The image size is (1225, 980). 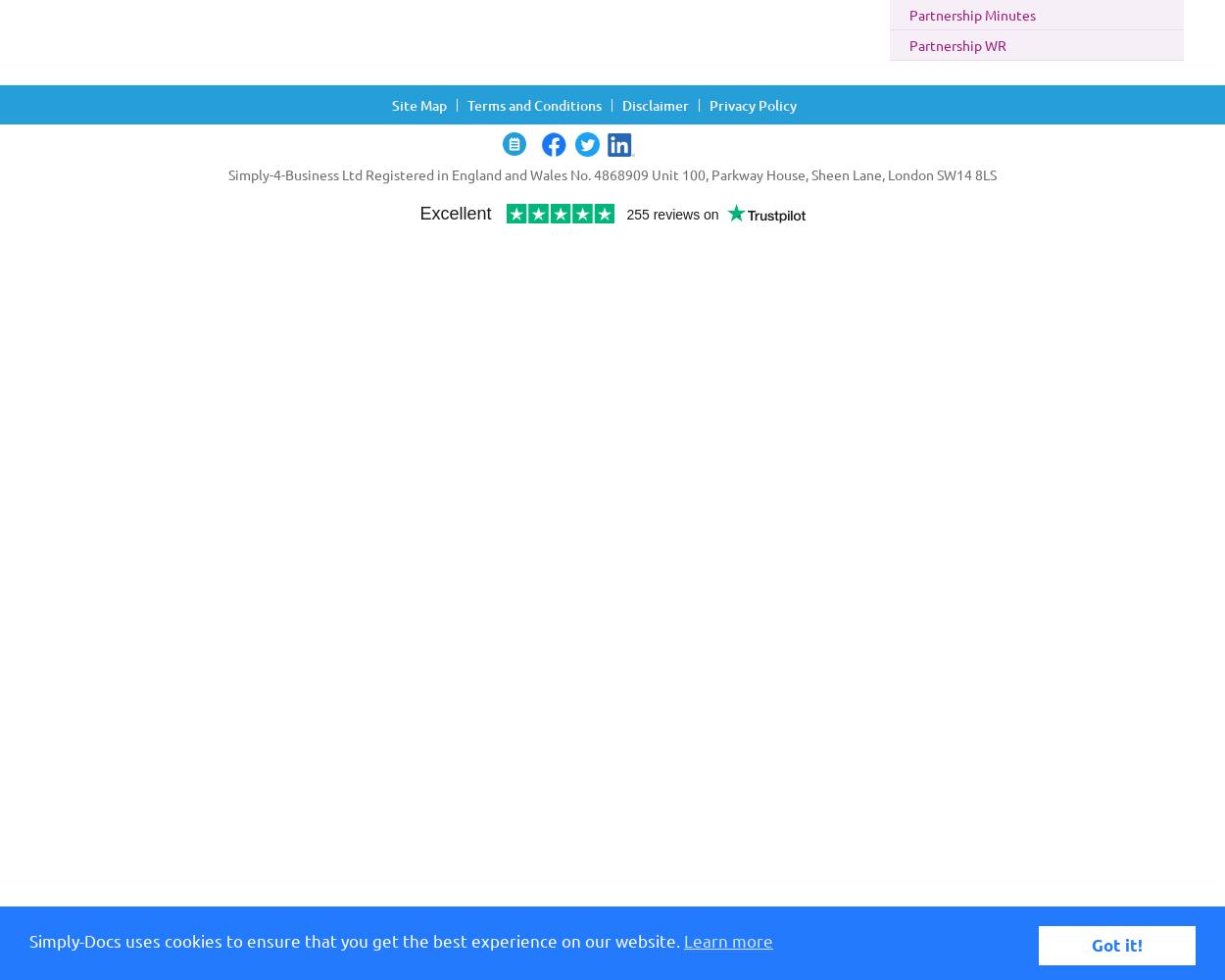 What do you see at coordinates (656, 104) in the screenshot?
I see `'Disclaimer'` at bounding box center [656, 104].